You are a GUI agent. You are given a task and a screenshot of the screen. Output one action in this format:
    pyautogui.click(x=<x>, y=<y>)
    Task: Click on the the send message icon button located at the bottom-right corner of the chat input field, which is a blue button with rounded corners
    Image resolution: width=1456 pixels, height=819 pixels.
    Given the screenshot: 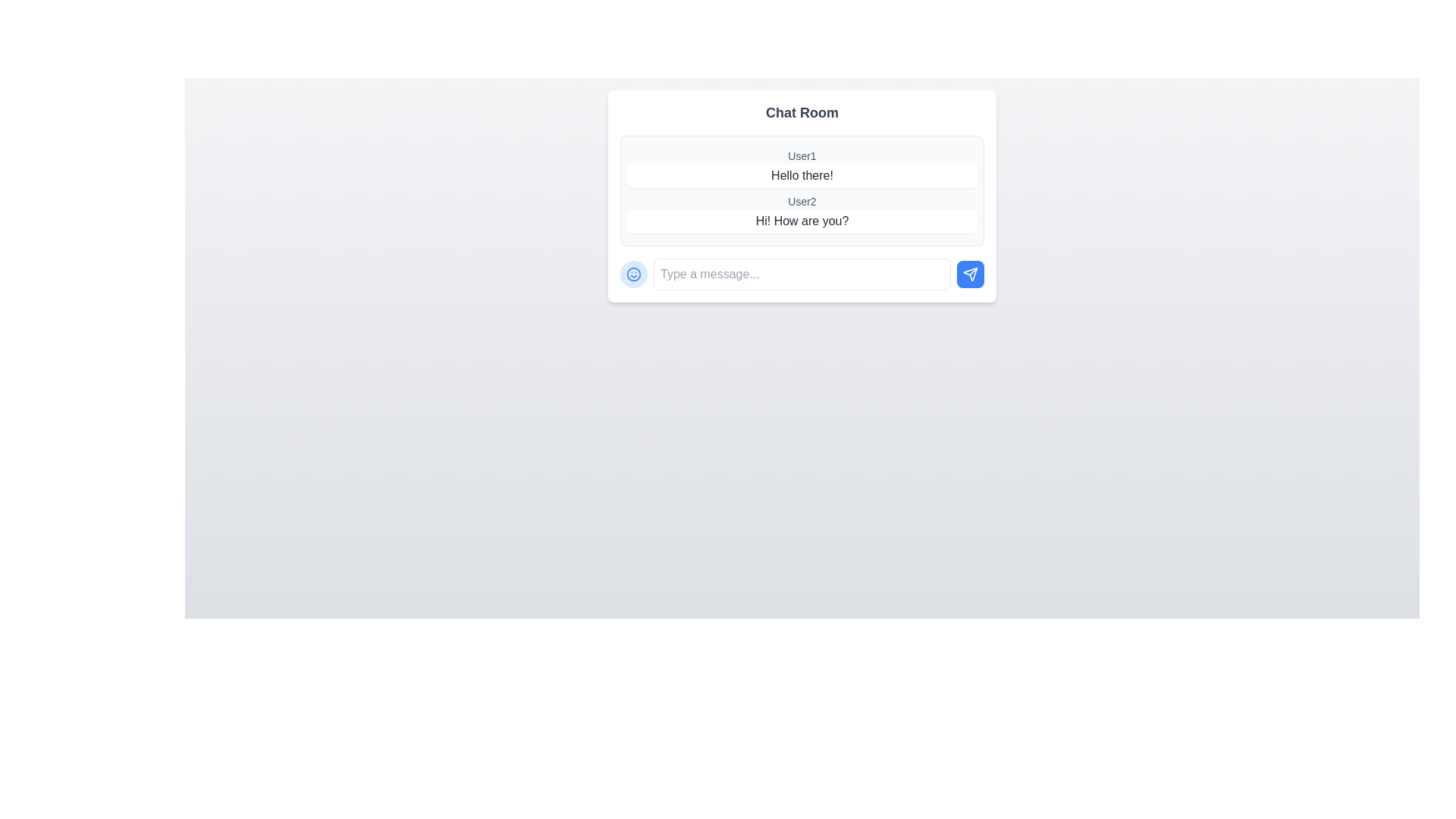 What is the action you would take?
    pyautogui.click(x=971, y=275)
    